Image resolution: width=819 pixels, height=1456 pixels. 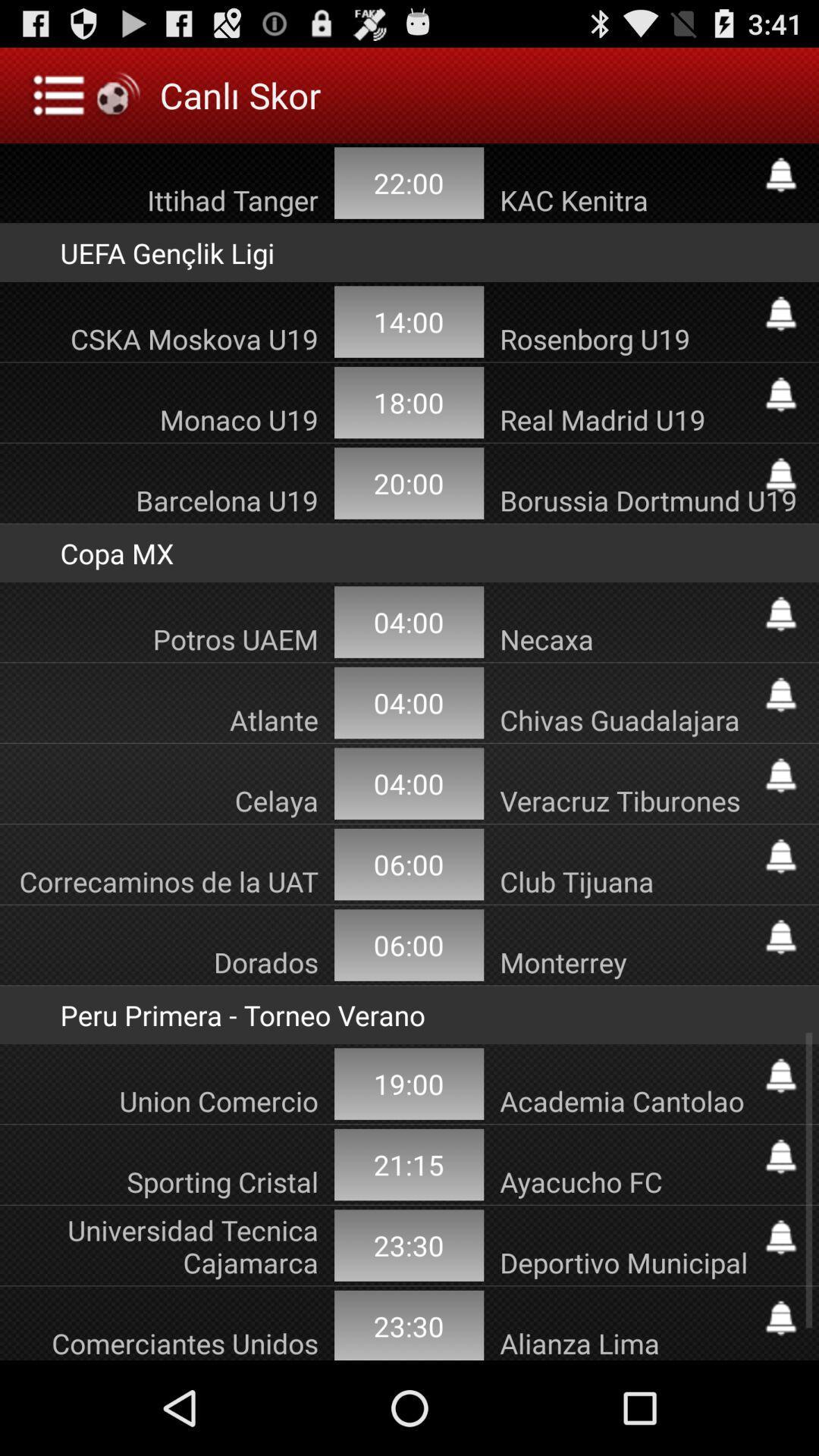 What do you see at coordinates (780, 775) in the screenshot?
I see `set alert` at bounding box center [780, 775].